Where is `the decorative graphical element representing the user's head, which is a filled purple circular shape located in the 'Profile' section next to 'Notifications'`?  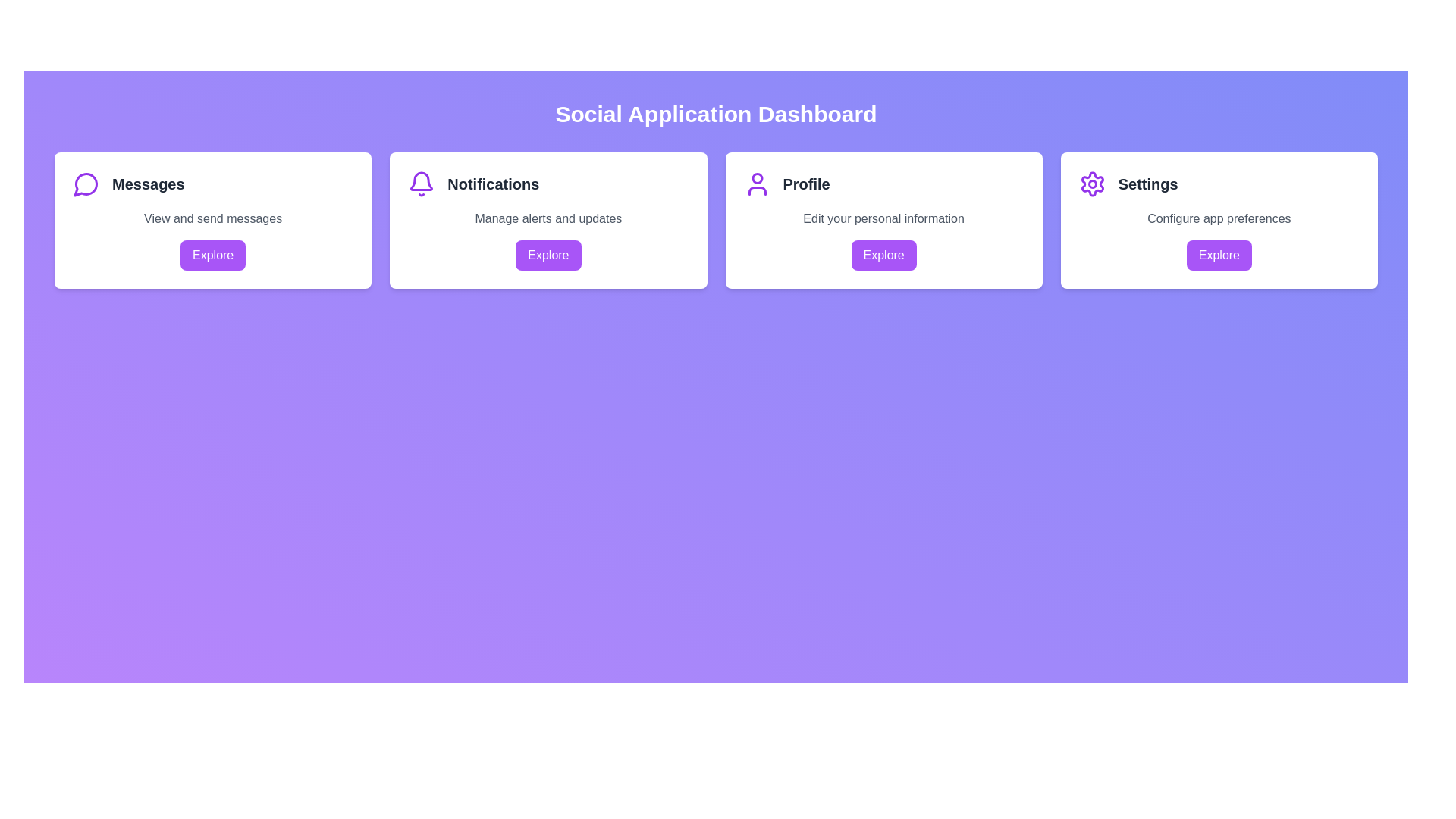 the decorative graphical element representing the user's head, which is a filled purple circular shape located in the 'Profile' section next to 'Notifications' is located at coordinates (757, 177).